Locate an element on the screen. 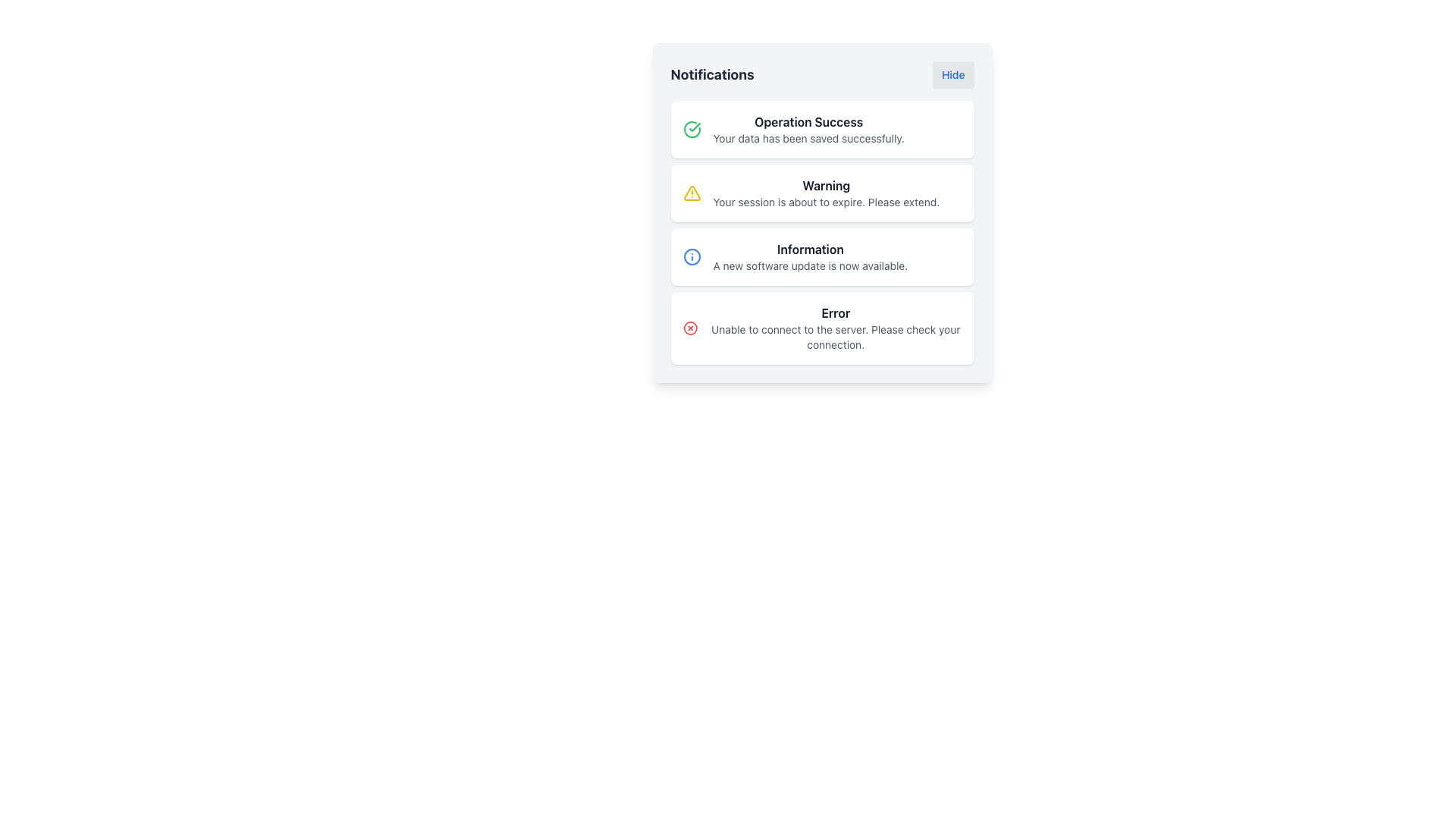 The height and width of the screenshot is (819, 1456). the button located in the upper-right corner of the notification section, positioned to the right of the 'Notifications' title is located at coordinates (952, 75).